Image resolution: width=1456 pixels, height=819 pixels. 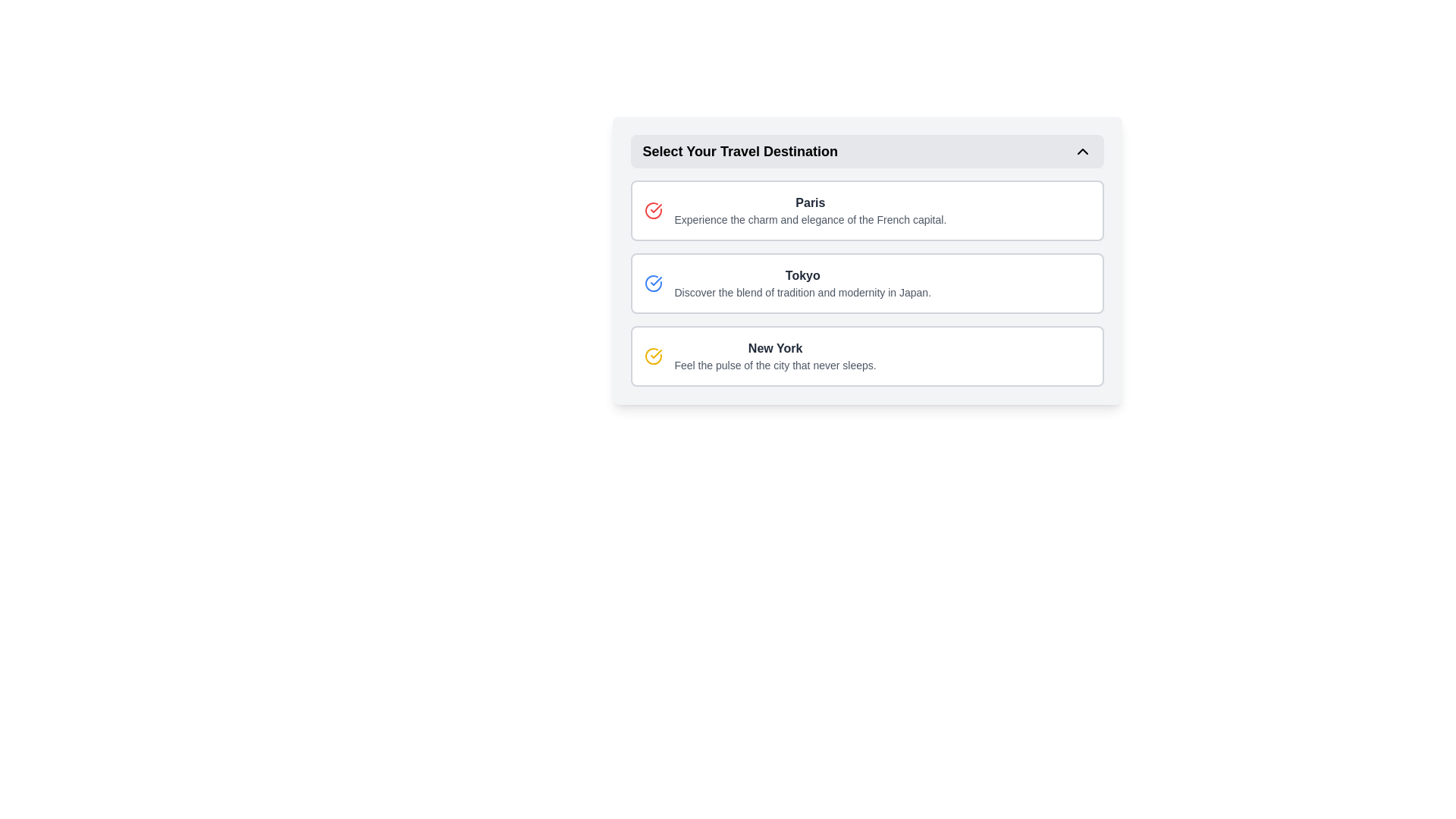 What do you see at coordinates (775, 348) in the screenshot?
I see `the title text 'New York'` at bounding box center [775, 348].